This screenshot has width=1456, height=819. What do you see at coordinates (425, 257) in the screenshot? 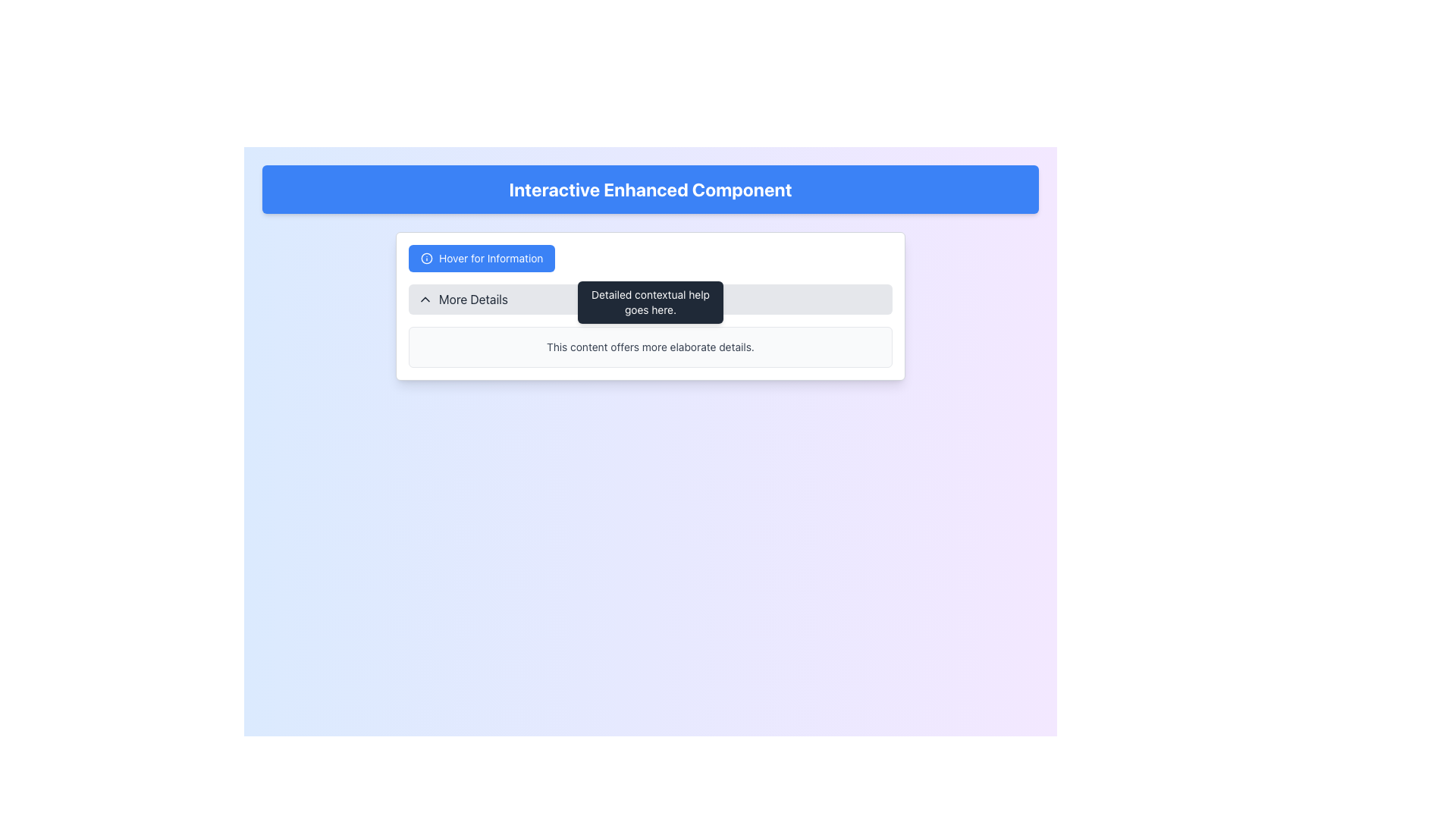
I see `the information icon located in the top-left corner of the 'Hover for Information' button` at bounding box center [425, 257].